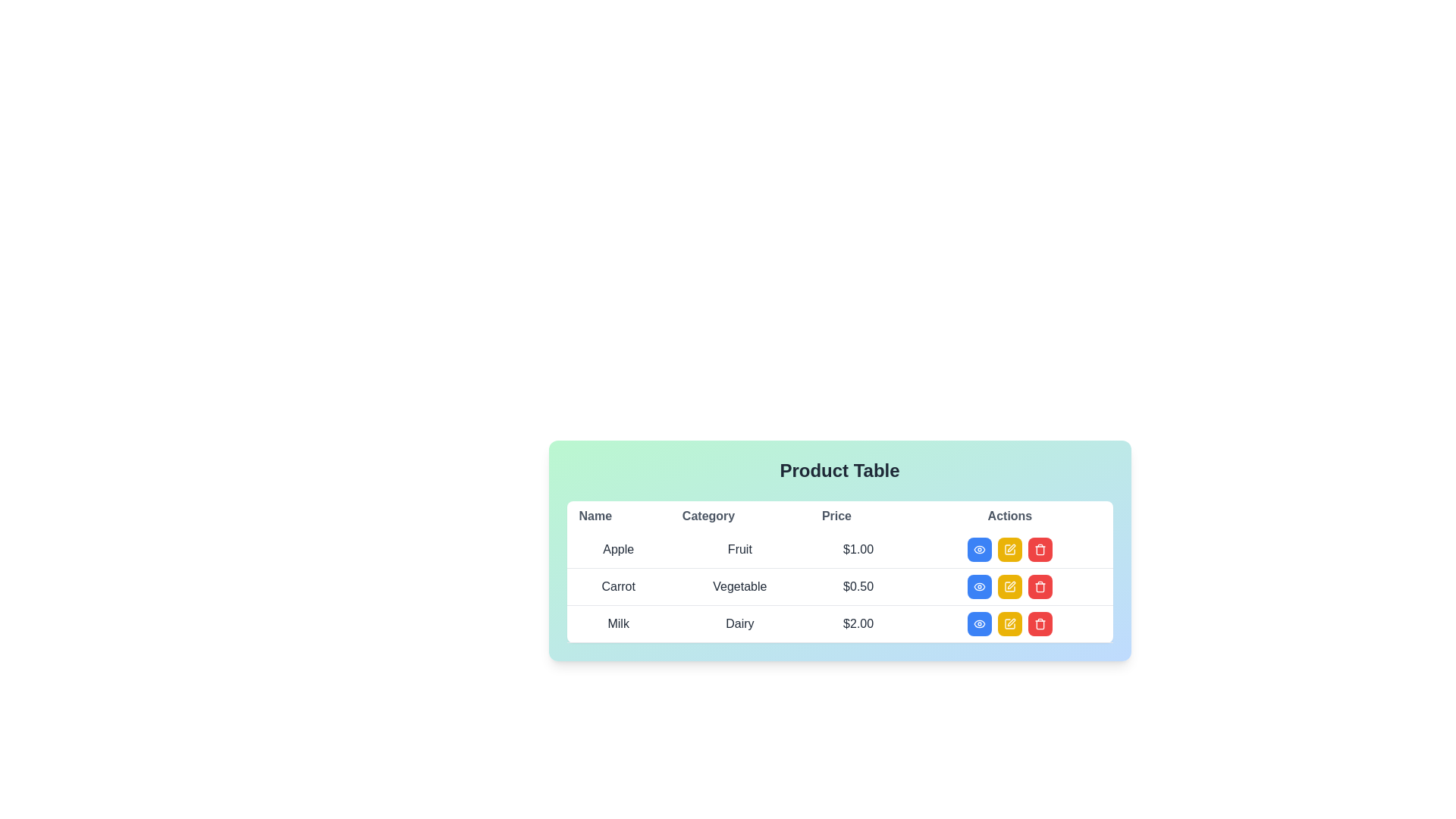  Describe the element at coordinates (979, 623) in the screenshot. I see `the IconButton` at that location.